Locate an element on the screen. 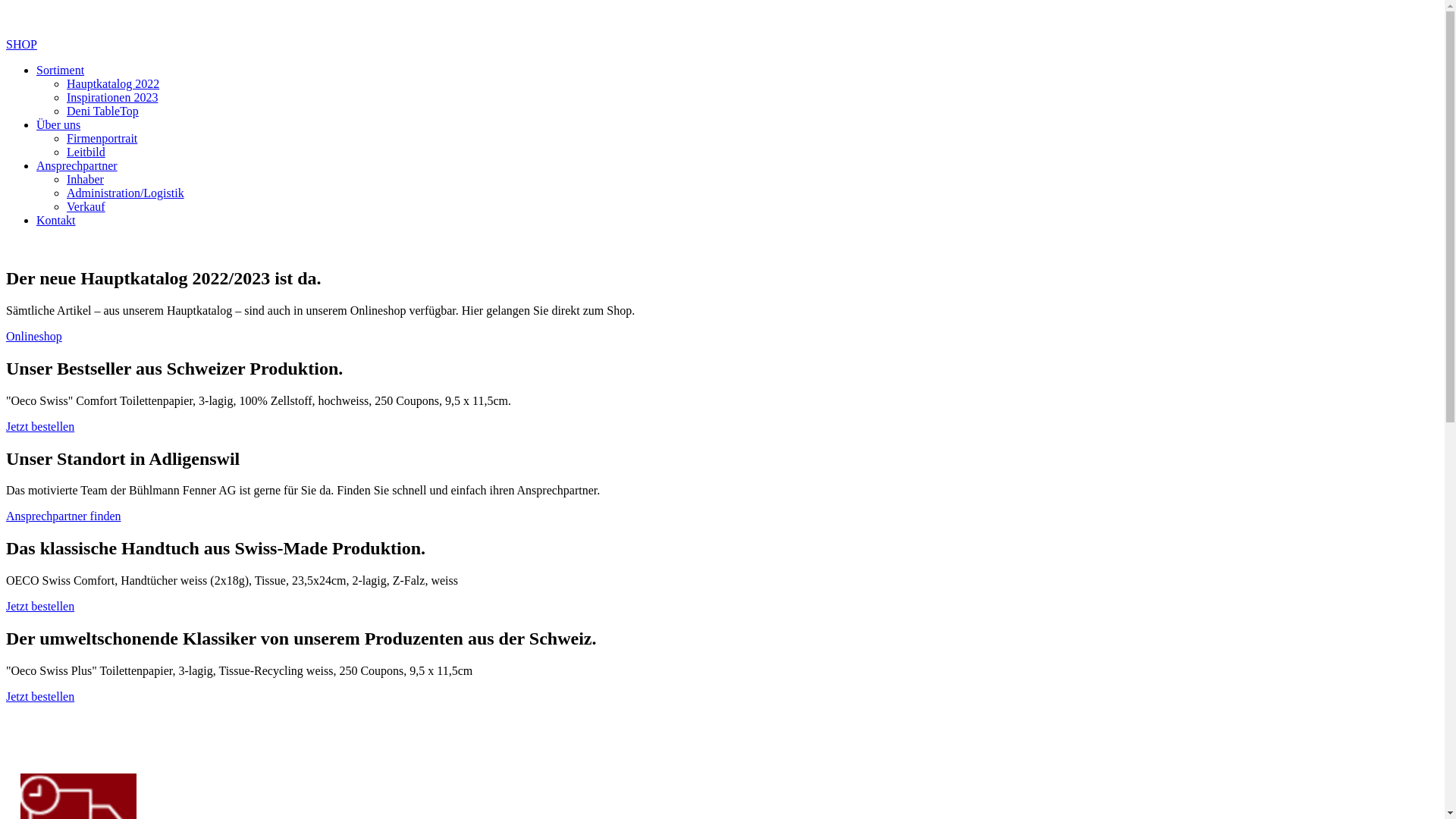 The height and width of the screenshot is (819, 1456). 'Firmenportrait' is located at coordinates (101, 138).